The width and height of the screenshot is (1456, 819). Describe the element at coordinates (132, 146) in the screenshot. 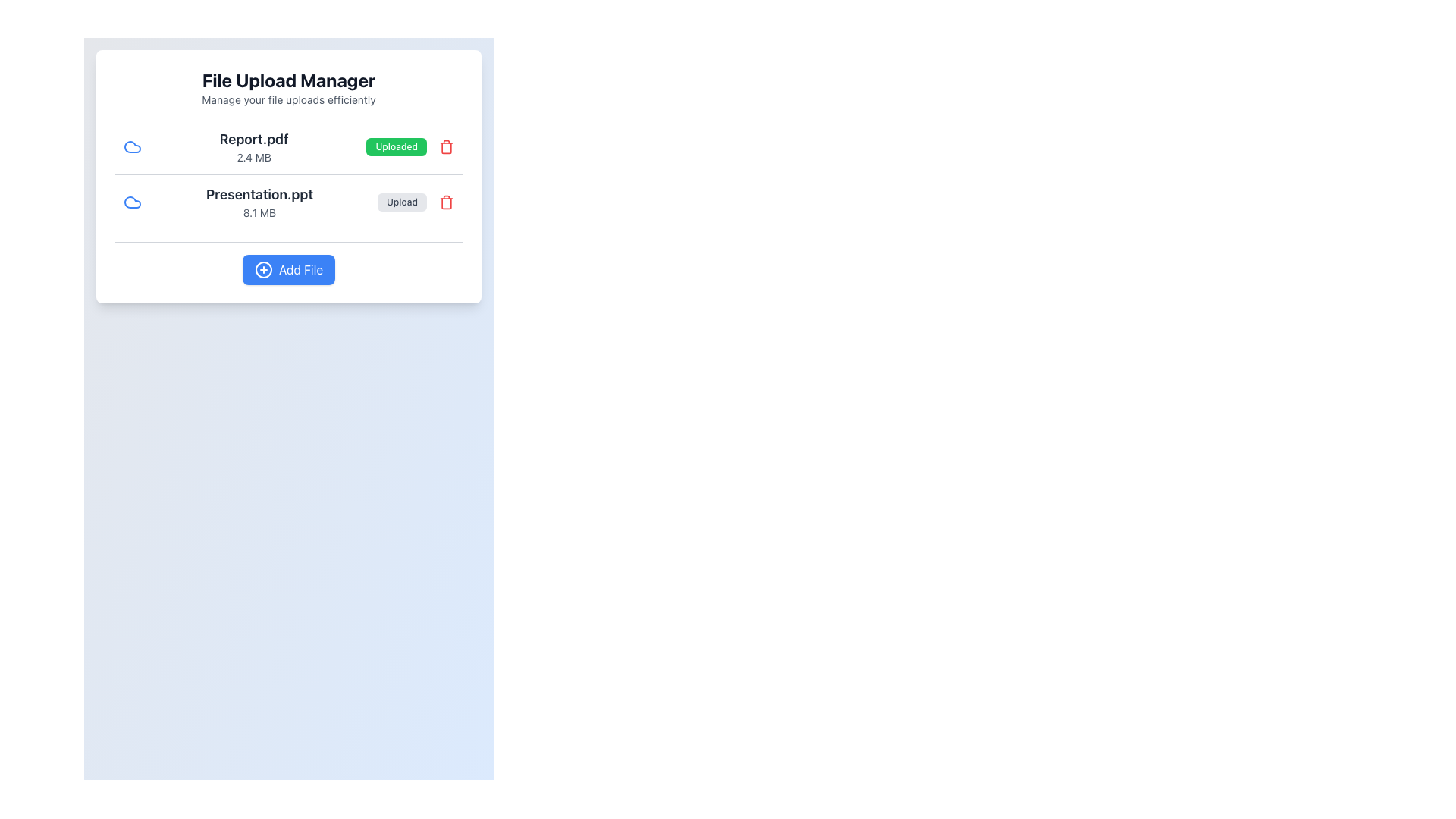

I see `the decorative icon indicating a file-related action for 'Report.pdf', which is located at the start of the row describing the file, to the left of the text 'Report.pdf' and aligned with the 'Uploaded' status` at that location.